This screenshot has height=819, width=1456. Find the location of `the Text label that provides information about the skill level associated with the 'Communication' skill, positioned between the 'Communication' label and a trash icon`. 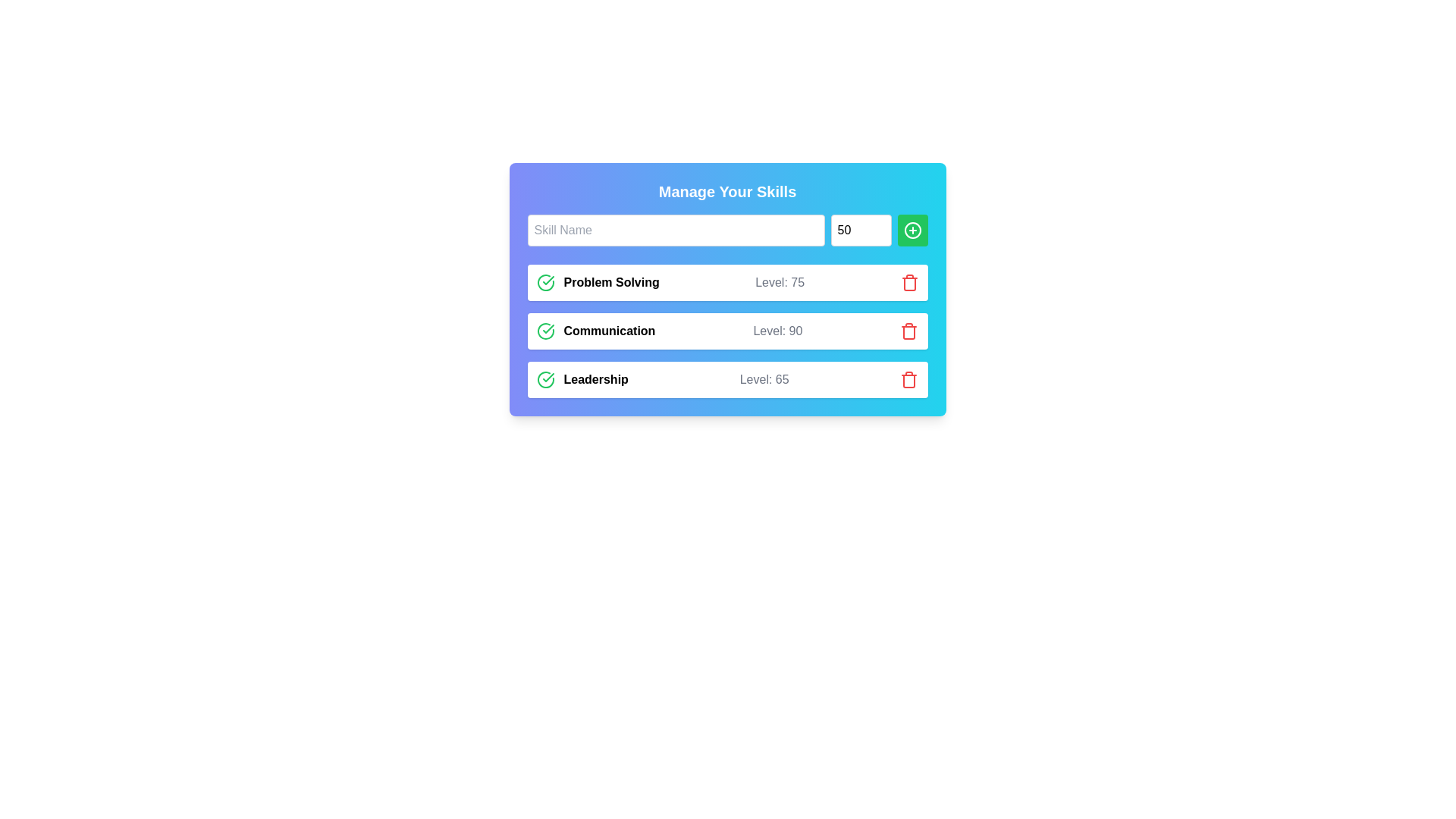

the Text label that provides information about the skill level associated with the 'Communication' skill, positioned between the 'Communication' label and a trash icon is located at coordinates (777, 330).